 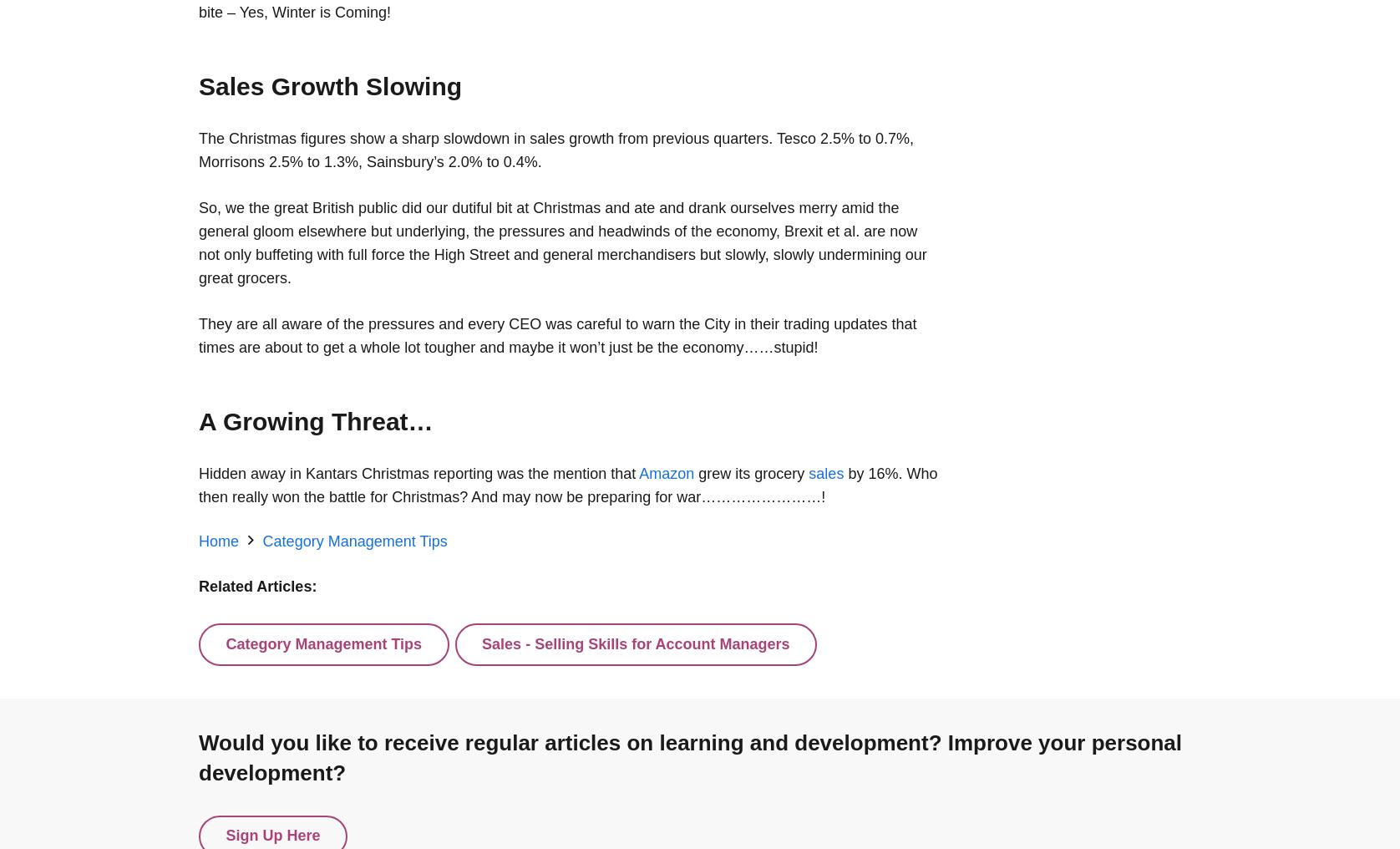 What do you see at coordinates (751, 472) in the screenshot?
I see `'grew its grocery'` at bounding box center [751, 472].